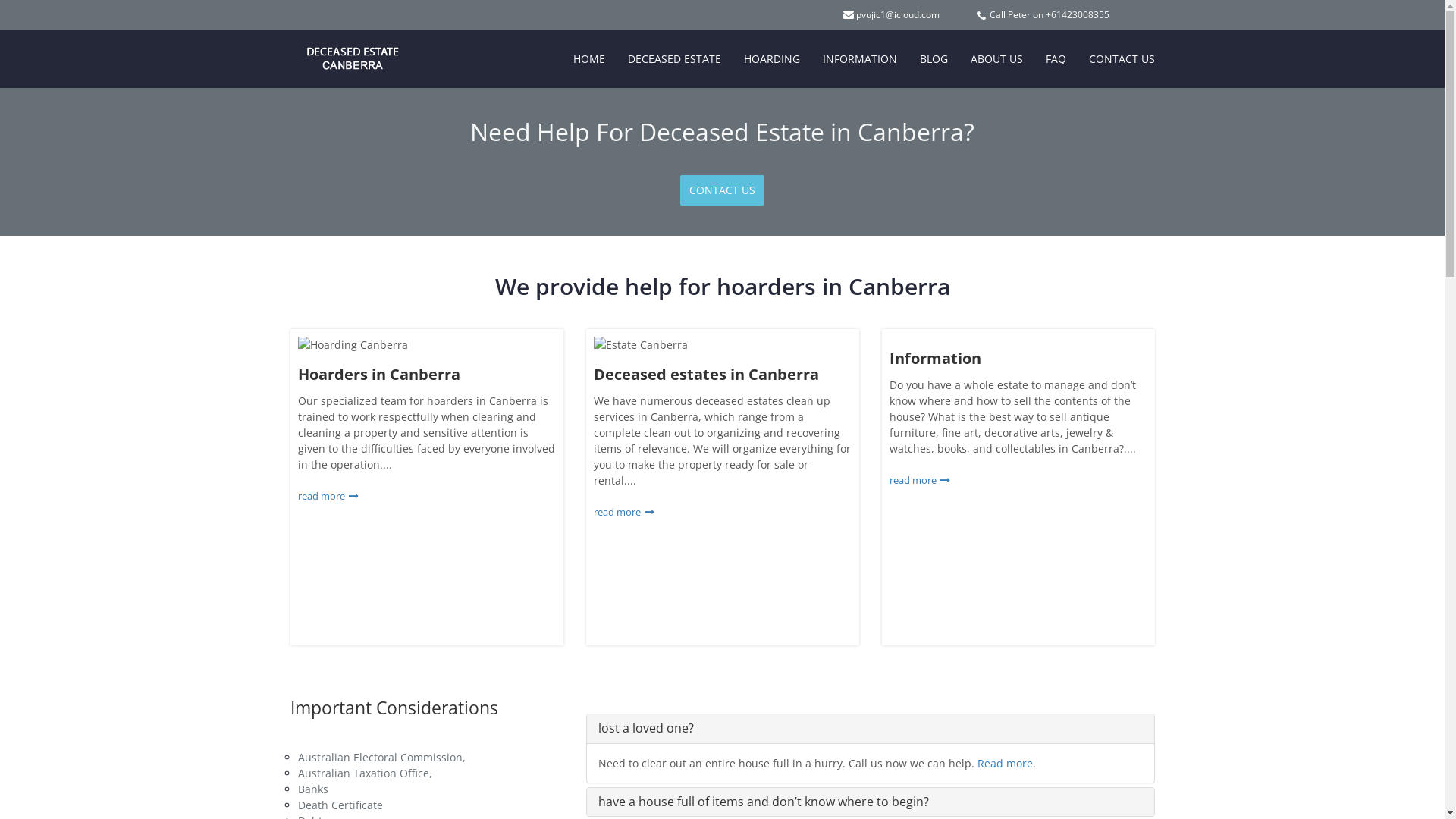  I want to click on 'CONTACT US', so click(1121, 58).